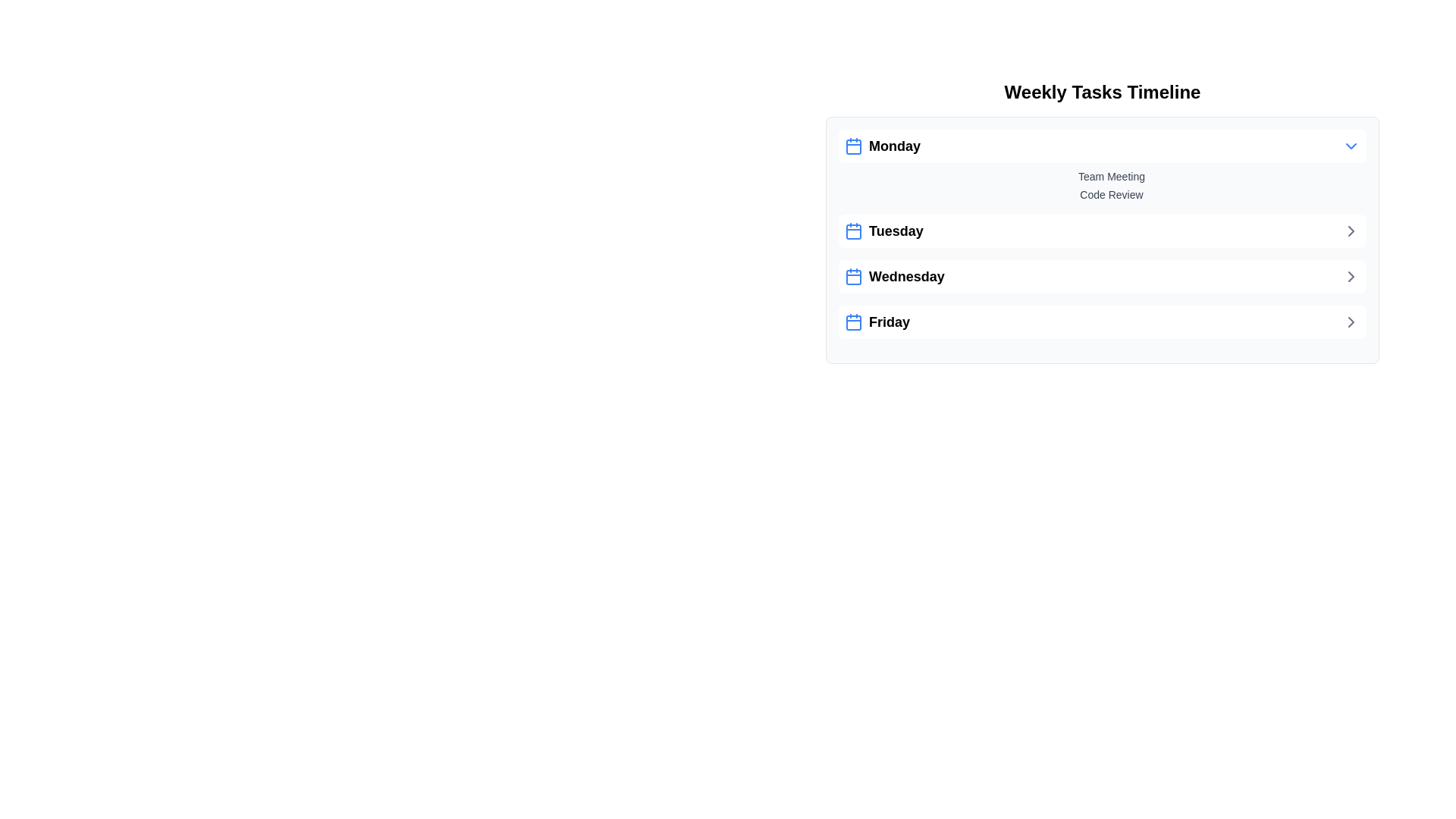 The height and width of the screenshot is (819, 1456). What do you see at coordinates (854, 146) in the screenshot?
I see `the calendar icon representing 'Monday' in the weekly task timeline, located at the top-left of the 'Monday' list item` at bounding box center [854, 146].